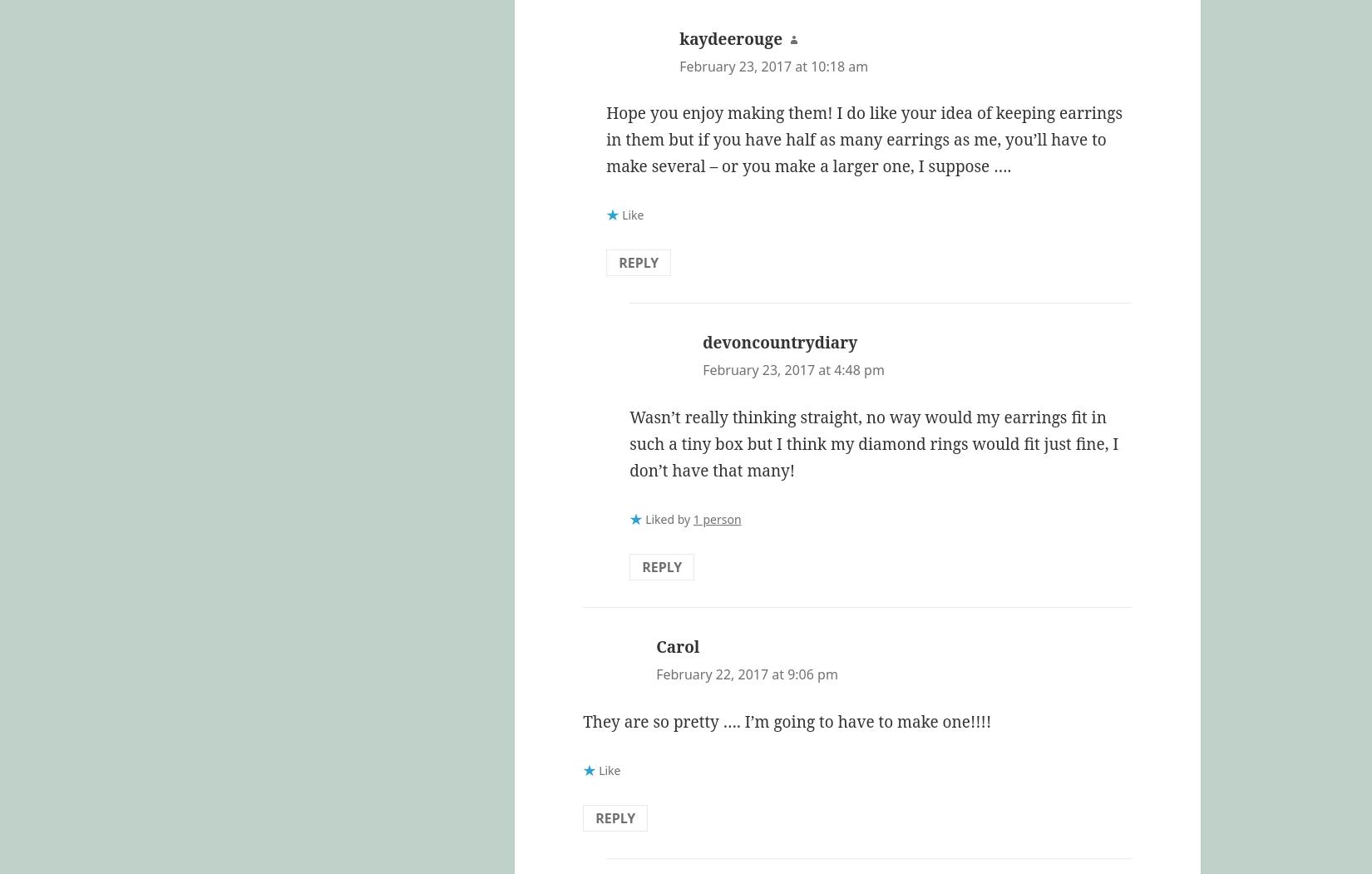 This screenshot has height=874, width=1372. Describe the element at coordinates (864, 139) in the screenshot. I see `'Hope you enjoy making them! I do like your idea of keeping earrings in them but if you have half as many earrings as me, you’ll have to make several – or you make a larger one, I suppose ….'` at that location.